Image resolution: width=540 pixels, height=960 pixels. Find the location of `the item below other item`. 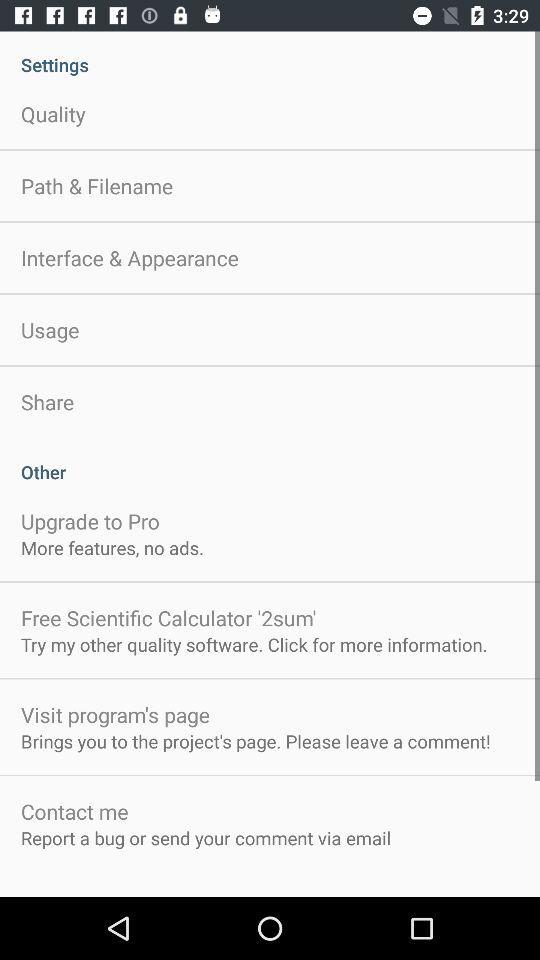

the item below other item is located at coordinates (89, 520).